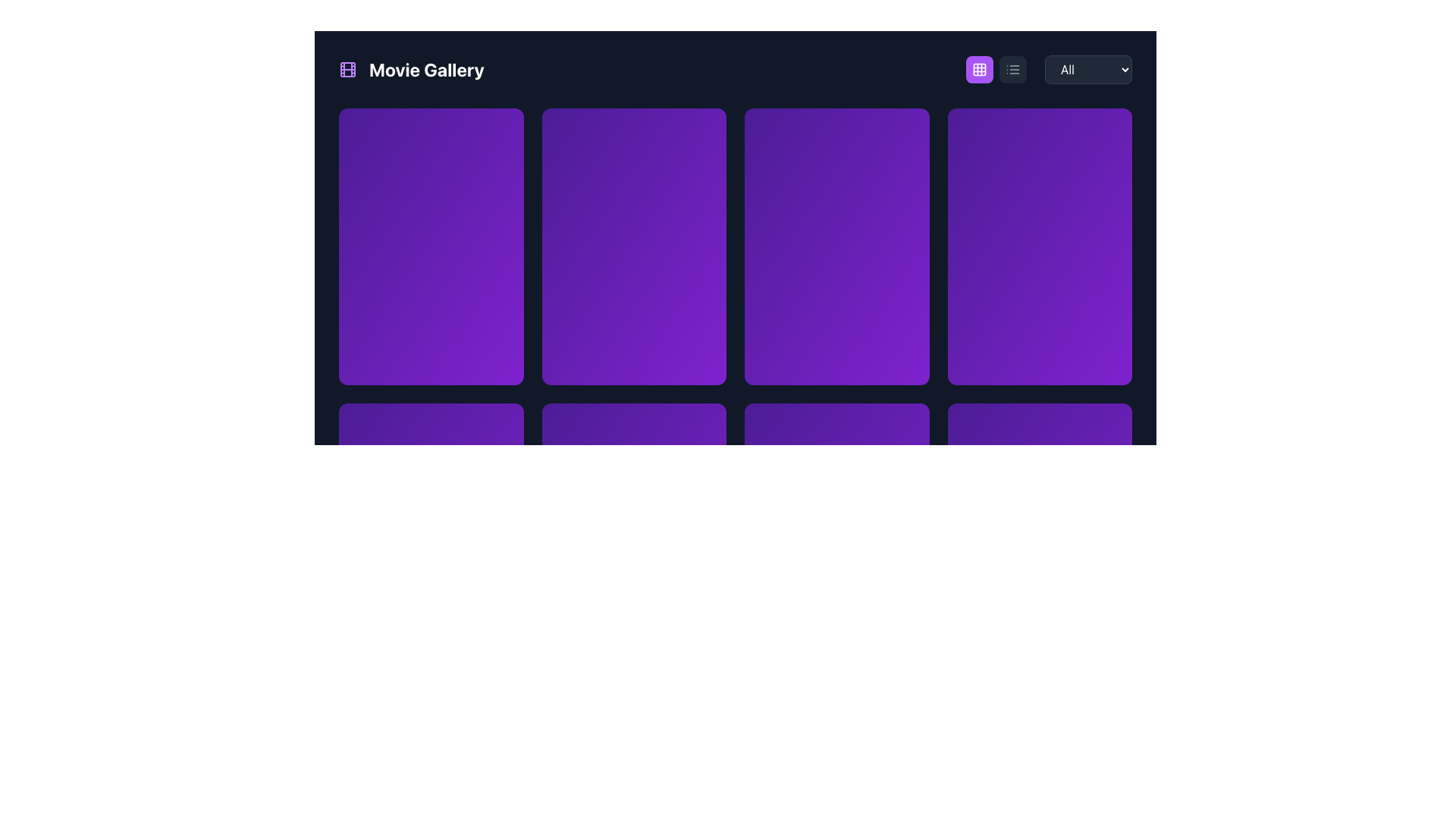 The width and height of the screenshot is (1456, 819). Describe the element at coordinates (905, 131) in the screenshot. I see `the 'like' or 'favorite' button located in the top-right corner of the movie gallery card to observe its visual effect indicating interactivity` at that location.